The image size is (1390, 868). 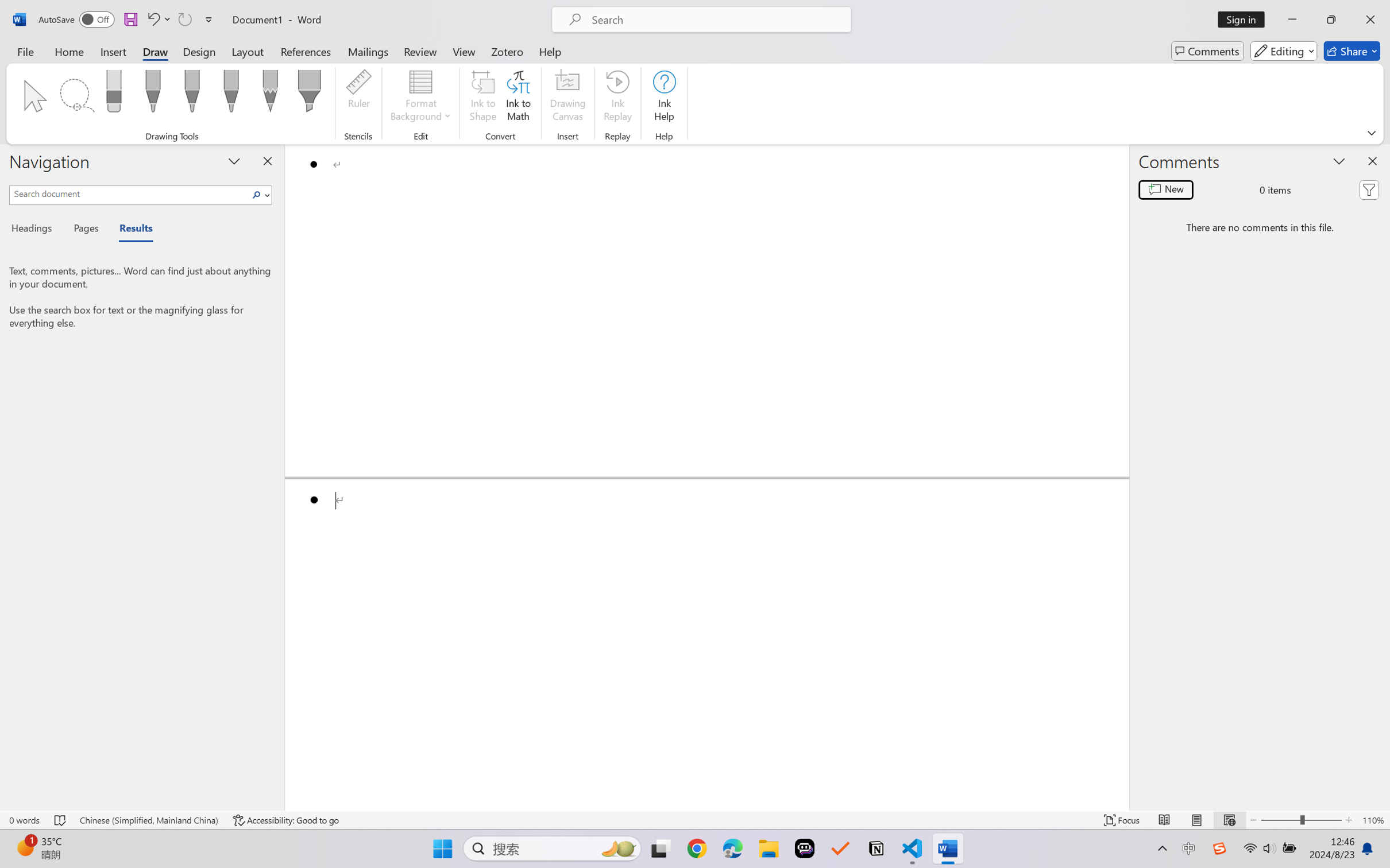 I want to click on 'Ink to Math', so click(x=518, y=98).